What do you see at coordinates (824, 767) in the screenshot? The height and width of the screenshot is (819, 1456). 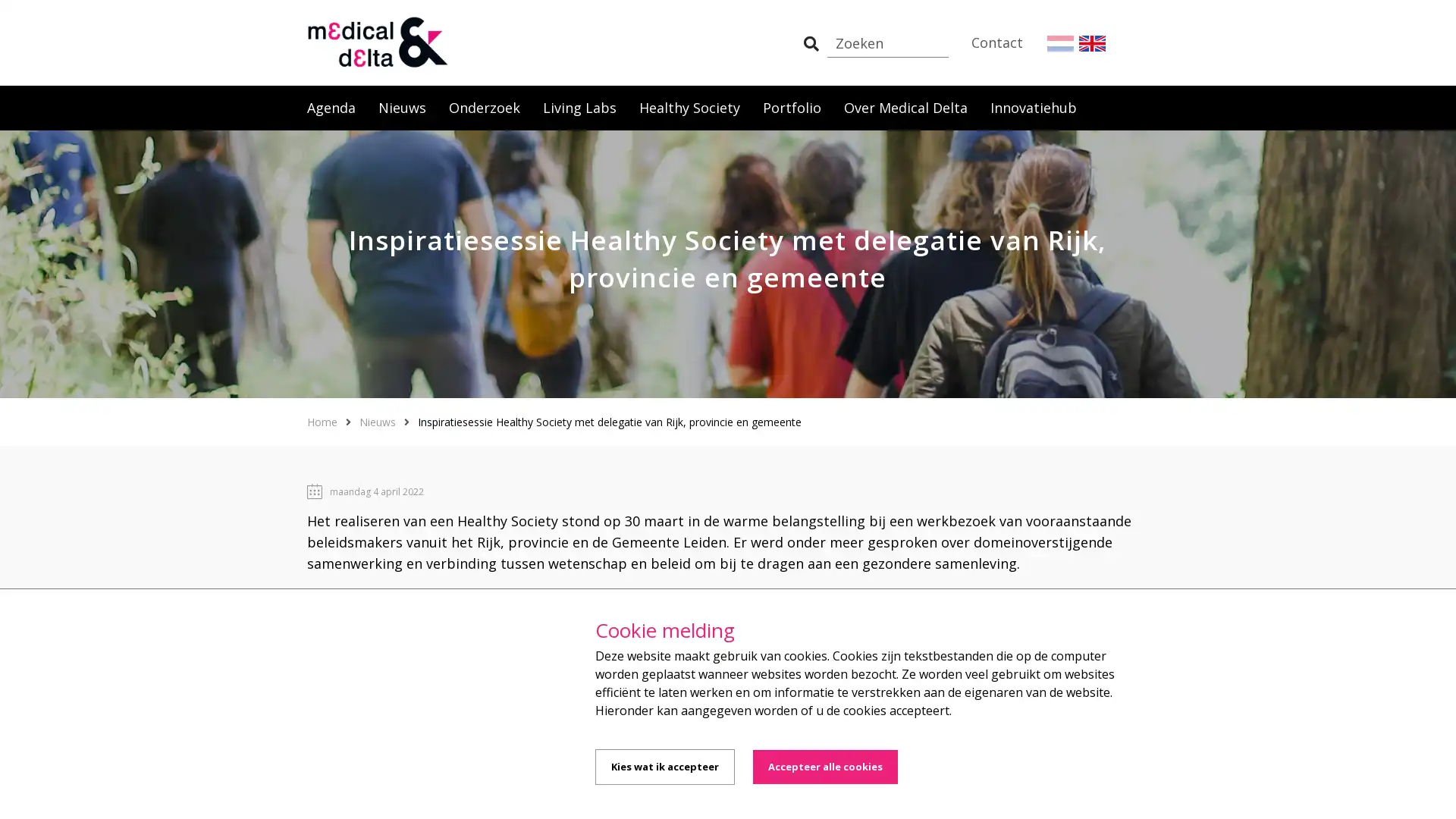 I see `Accepteer alle cookies` at bounding box center [824, 767].